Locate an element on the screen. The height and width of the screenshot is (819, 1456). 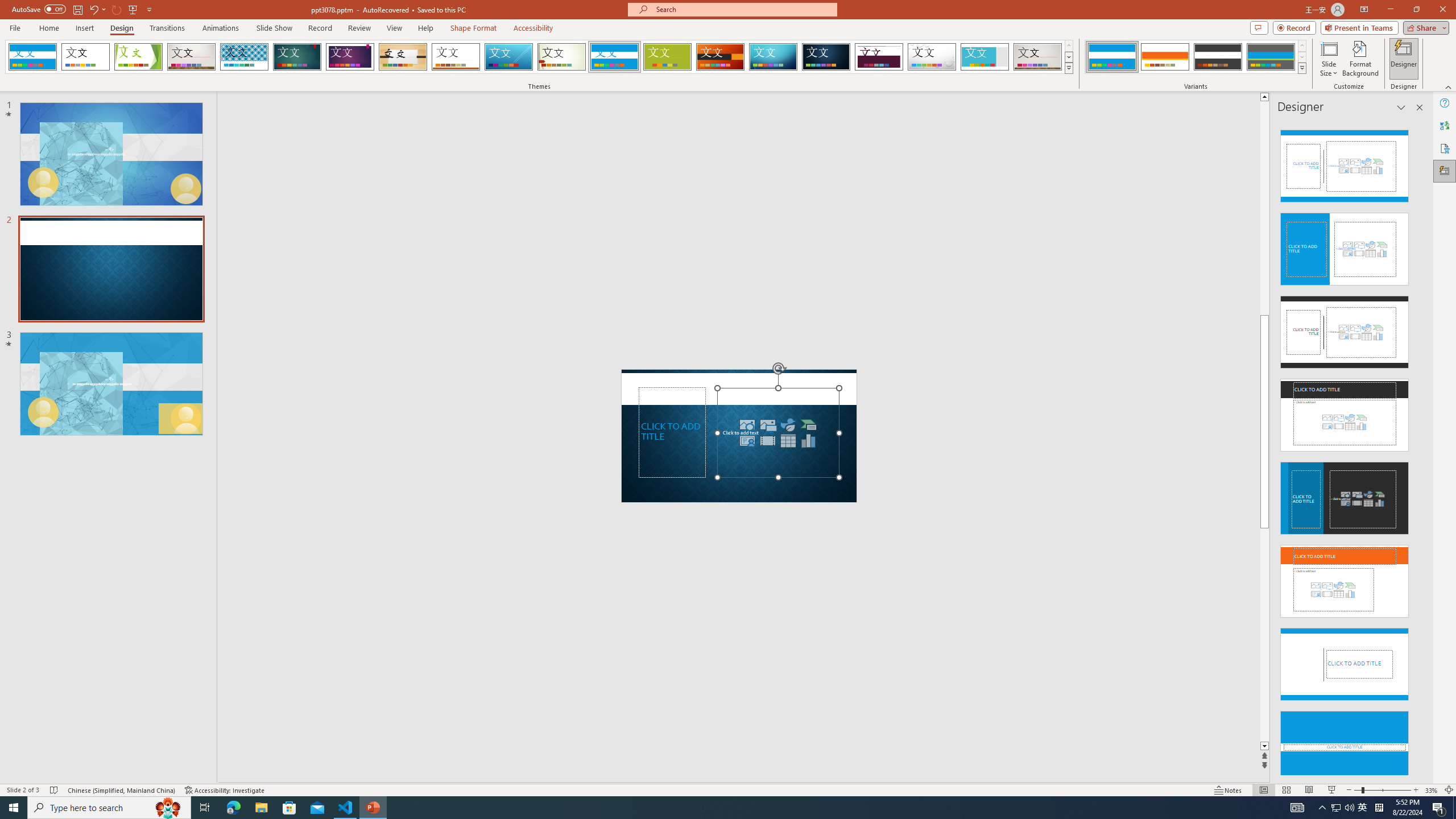
'Insert Chart' is located at coordinates (809, 440).